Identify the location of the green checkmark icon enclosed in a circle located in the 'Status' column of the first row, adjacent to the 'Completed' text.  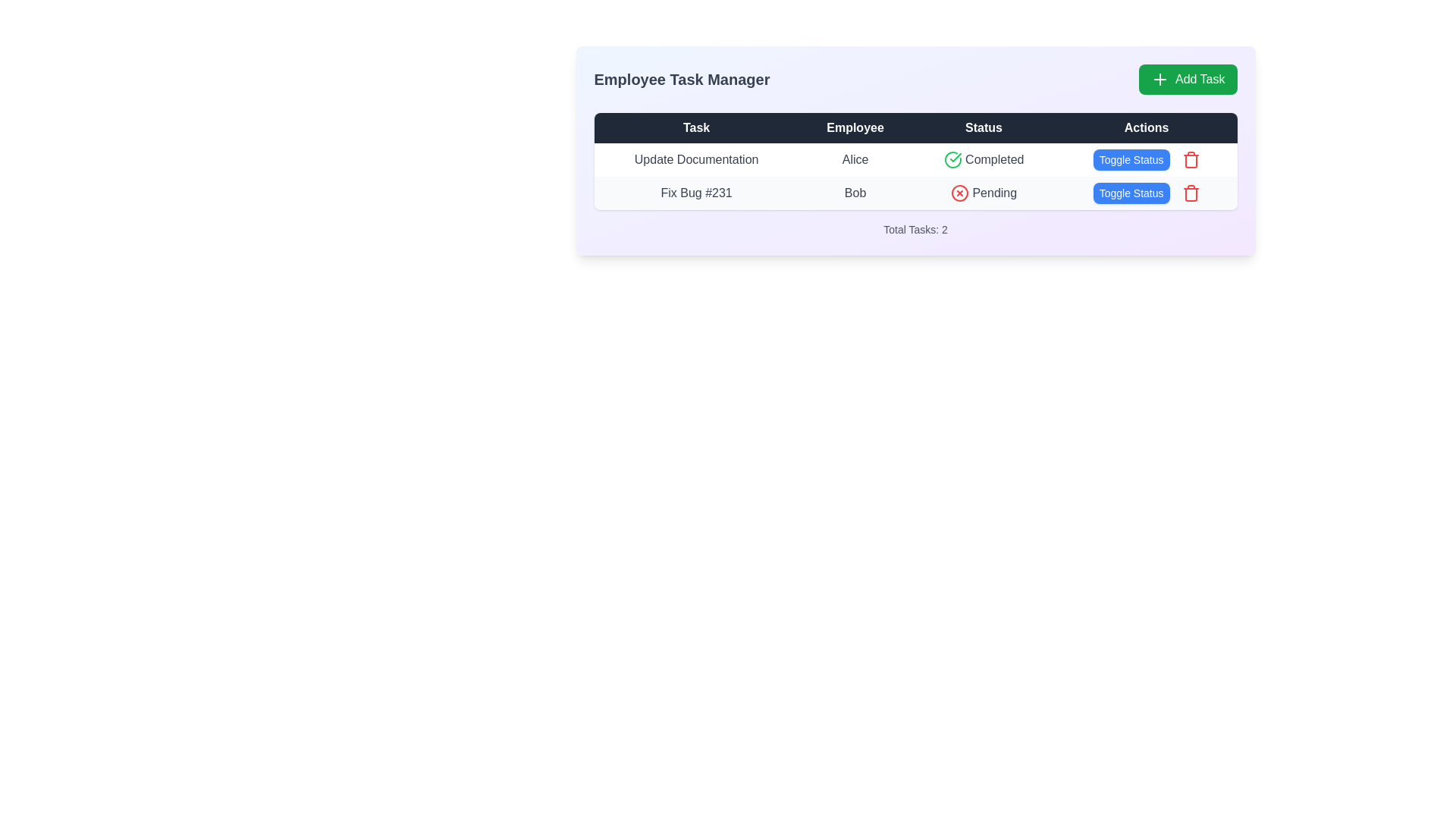
(952, 160).